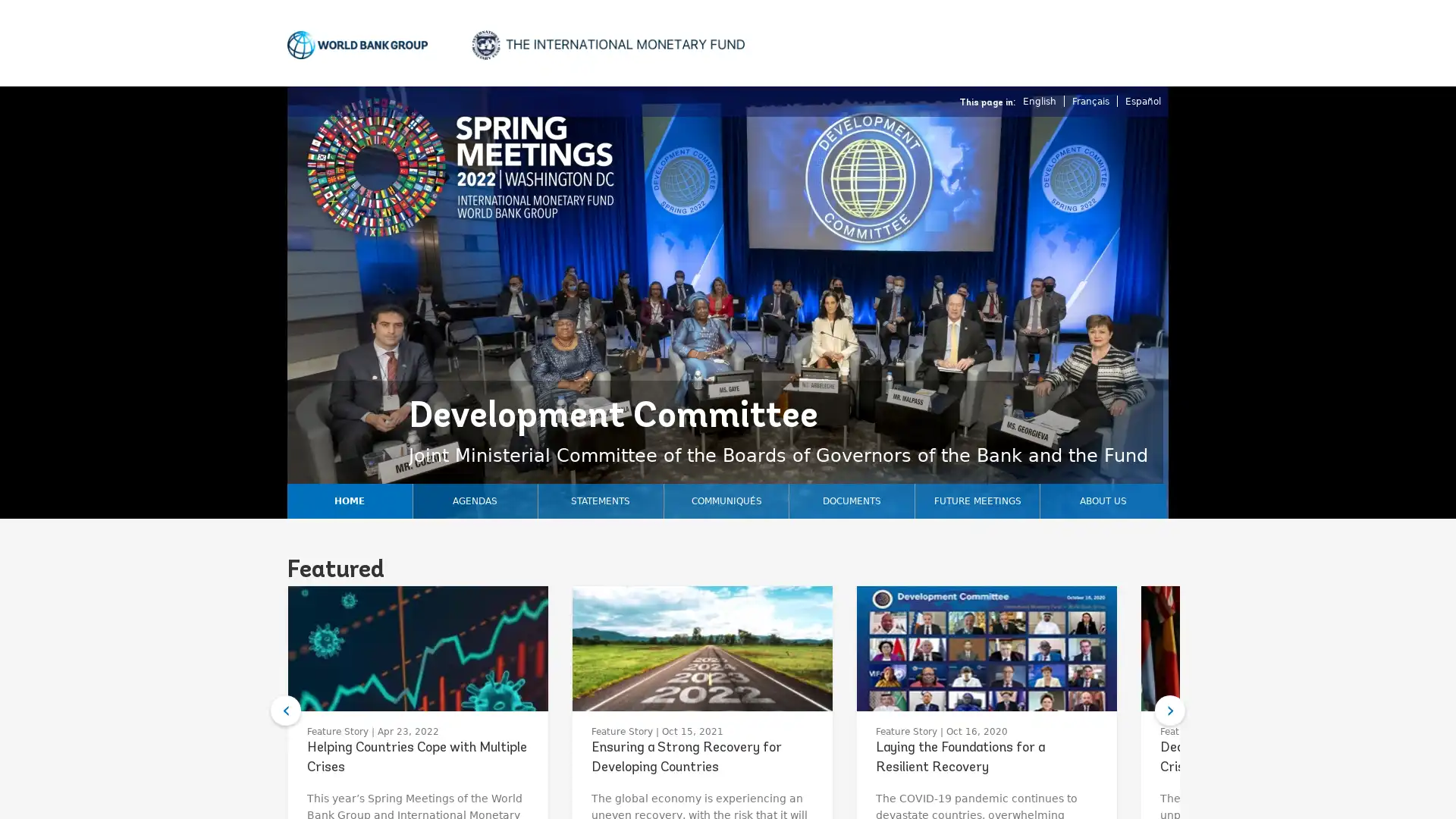 Image resolution: width=1456 pixels, height=819 pixels. Describe the element at coordinates (1169, 711) in the screenshot. I see `Next` at that location.